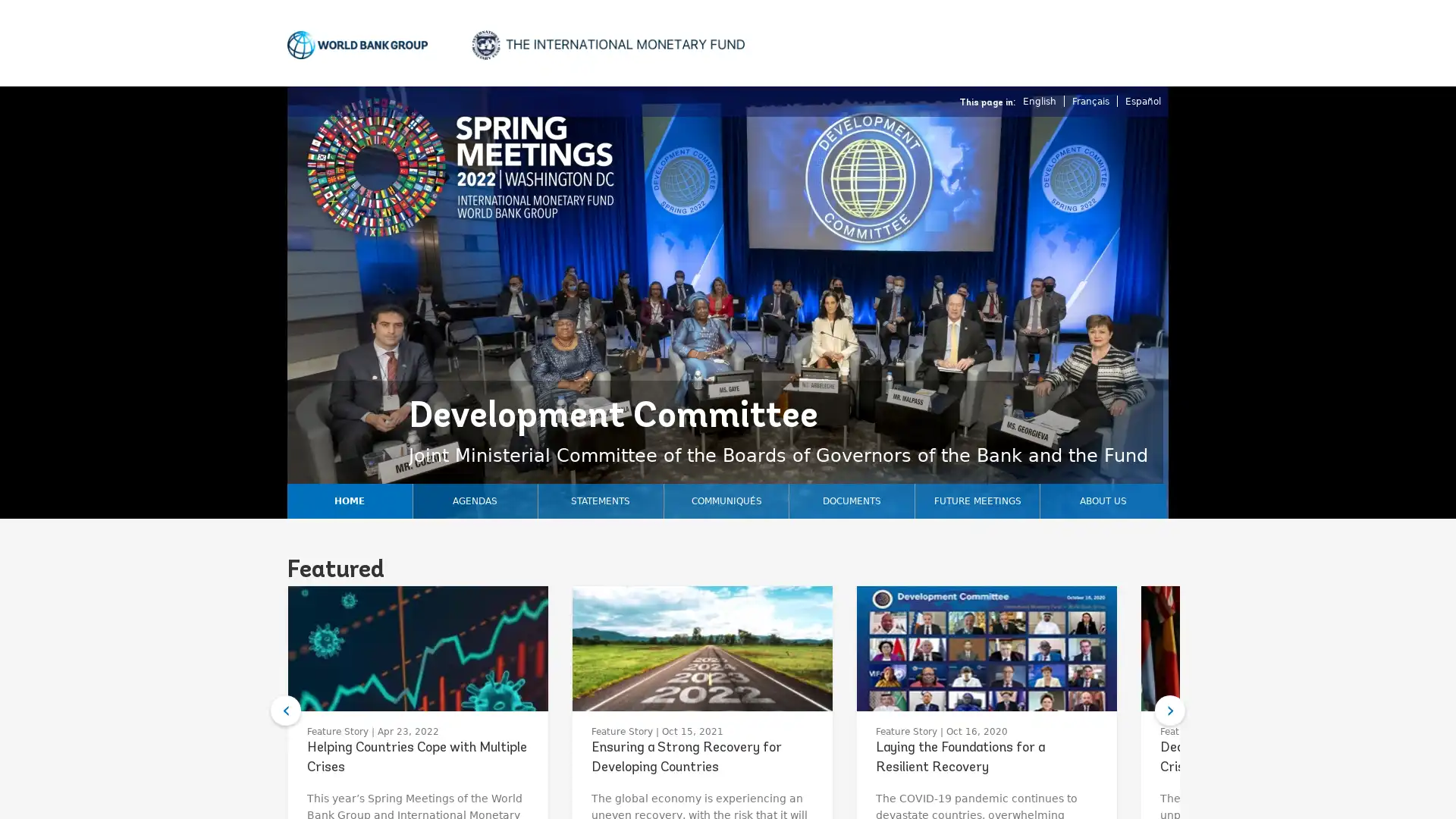 Image resolution: width=1456 pixels, height=819 pixels. Describe the element at coordinates (1169, 711) in the screenshot. I see `Next` at that location.